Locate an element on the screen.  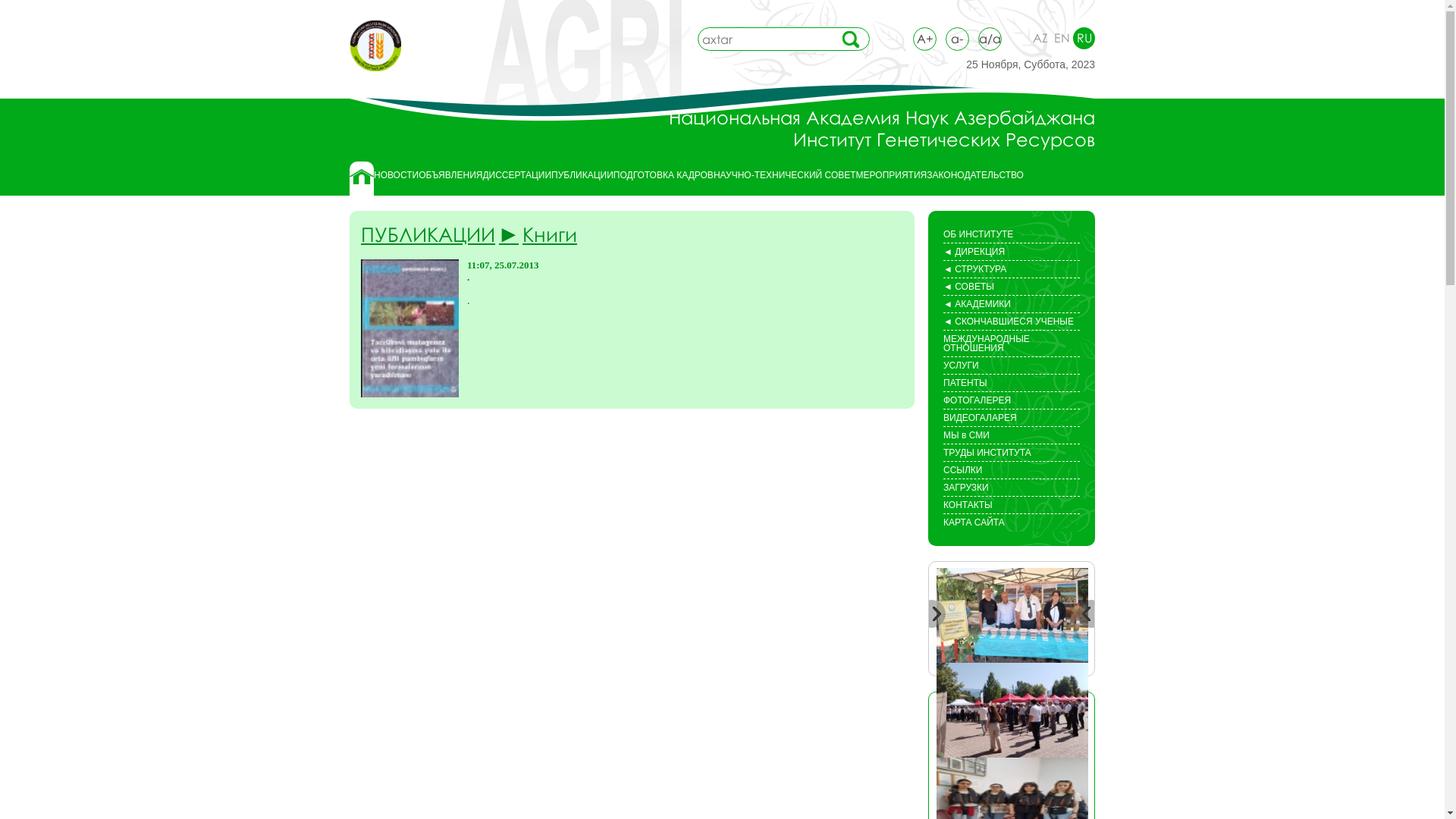
'AZ' is located at coordinates (1039, 37).